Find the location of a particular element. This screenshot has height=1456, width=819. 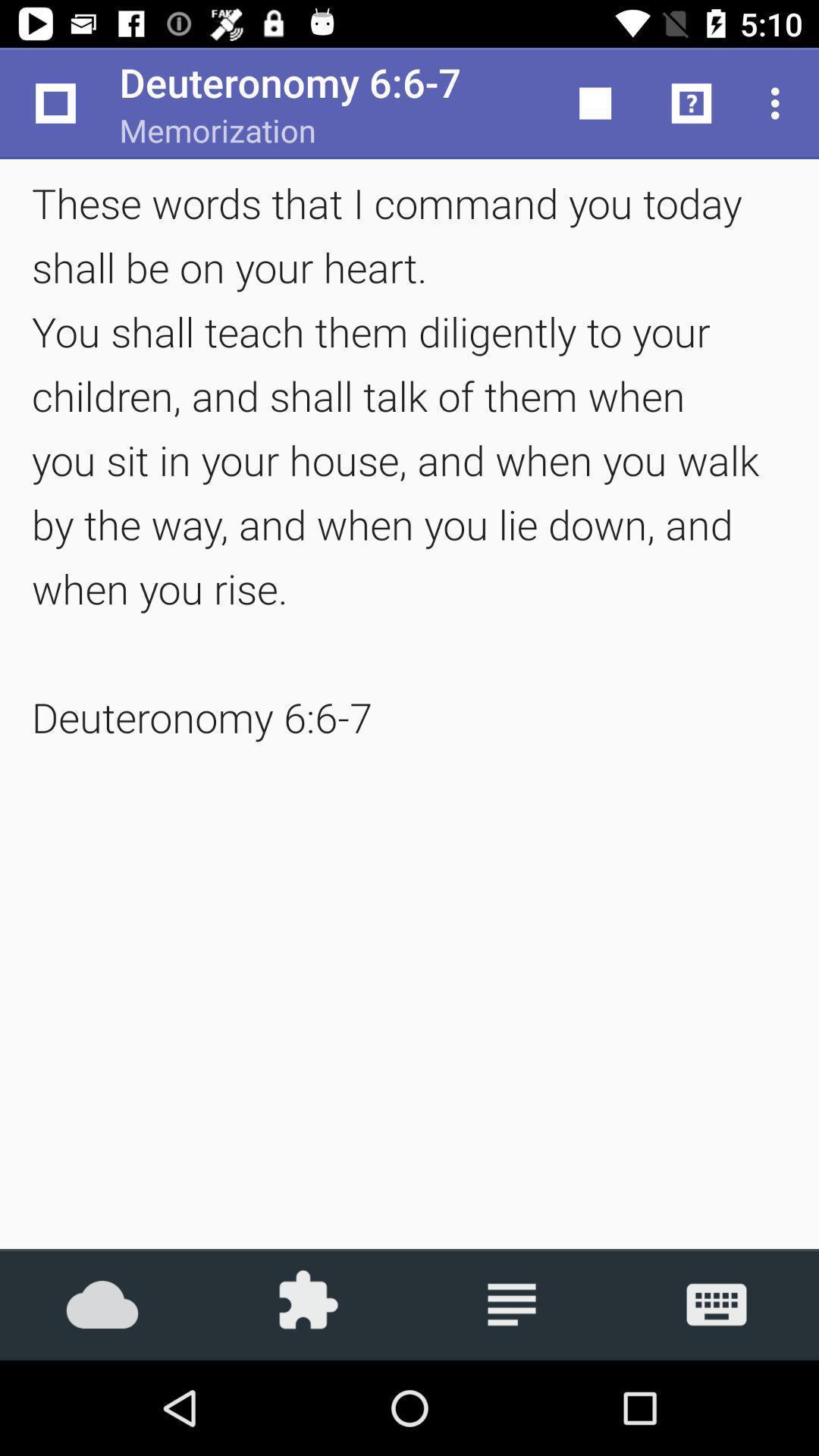

icon to the left of the memorization is located at coordinates (55, 102).